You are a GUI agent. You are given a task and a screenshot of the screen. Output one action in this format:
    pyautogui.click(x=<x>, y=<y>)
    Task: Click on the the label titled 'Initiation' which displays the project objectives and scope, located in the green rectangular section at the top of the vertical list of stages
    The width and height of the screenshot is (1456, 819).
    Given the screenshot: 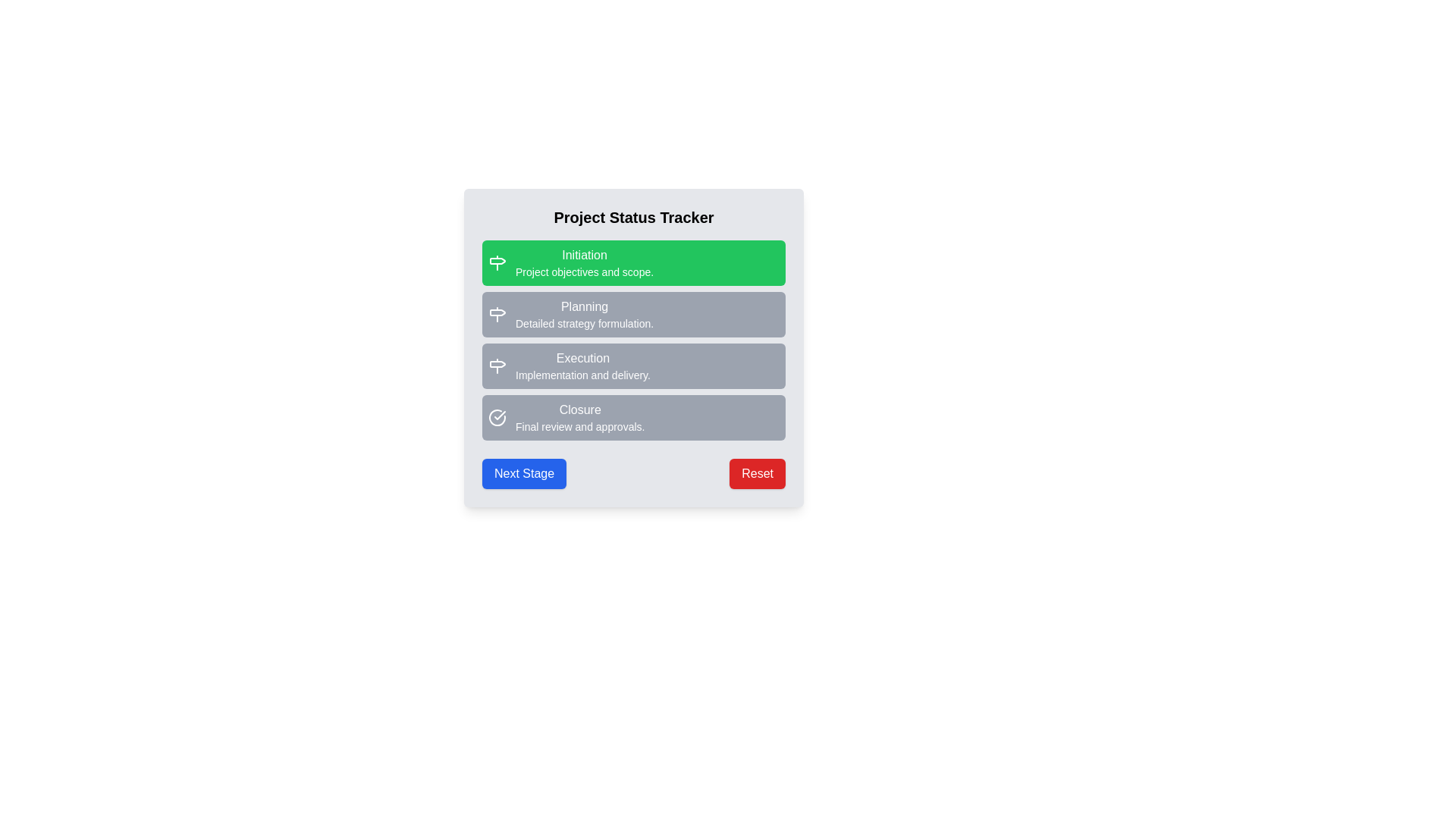 What is the action you would take?
    pyautogui.click(x=584, y=262)
    